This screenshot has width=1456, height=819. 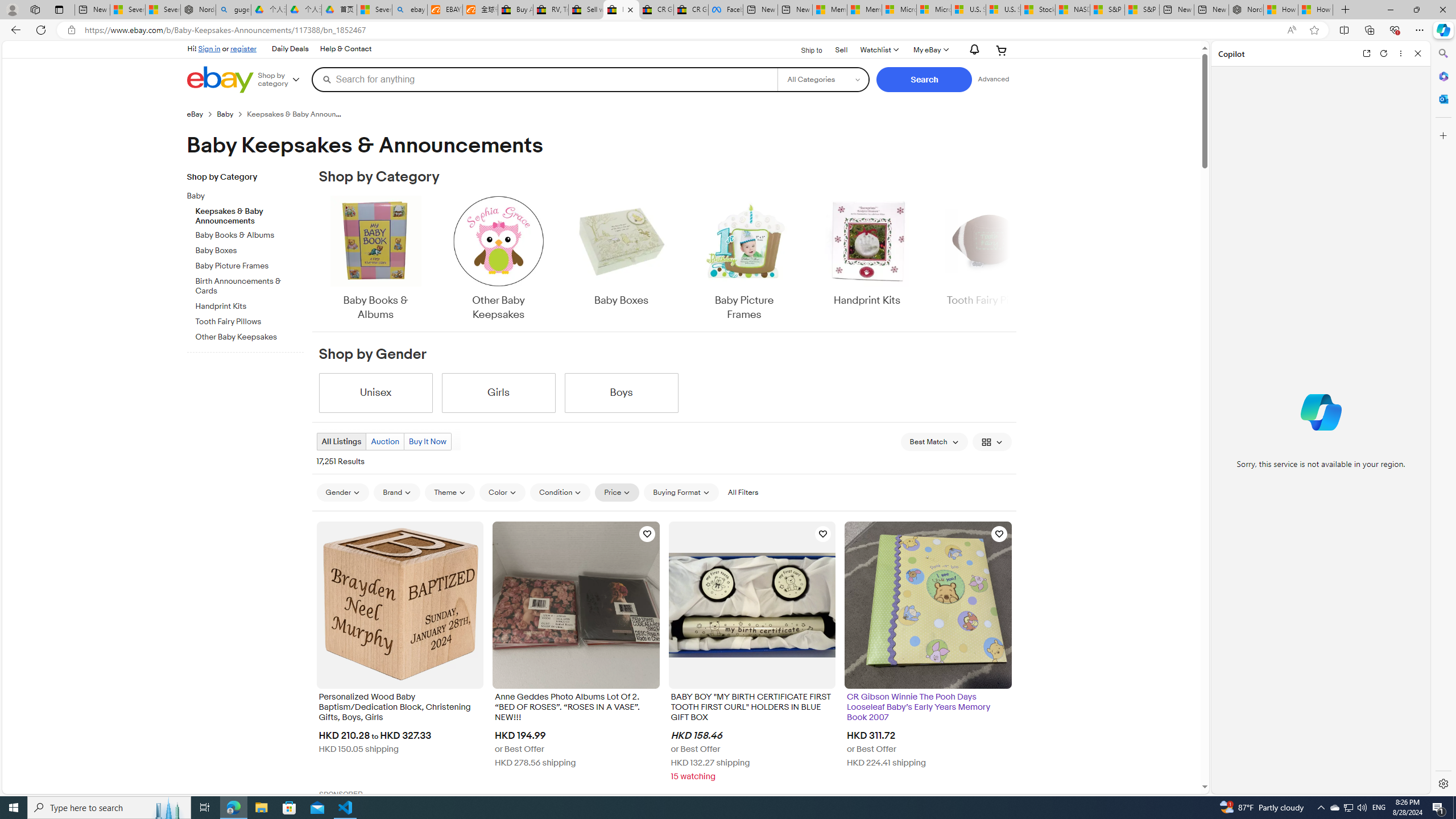 What do you see at coordinates (621, 259) in the screenshot?
I see `'Baby Boxes'` at bounding box center [621, 259].